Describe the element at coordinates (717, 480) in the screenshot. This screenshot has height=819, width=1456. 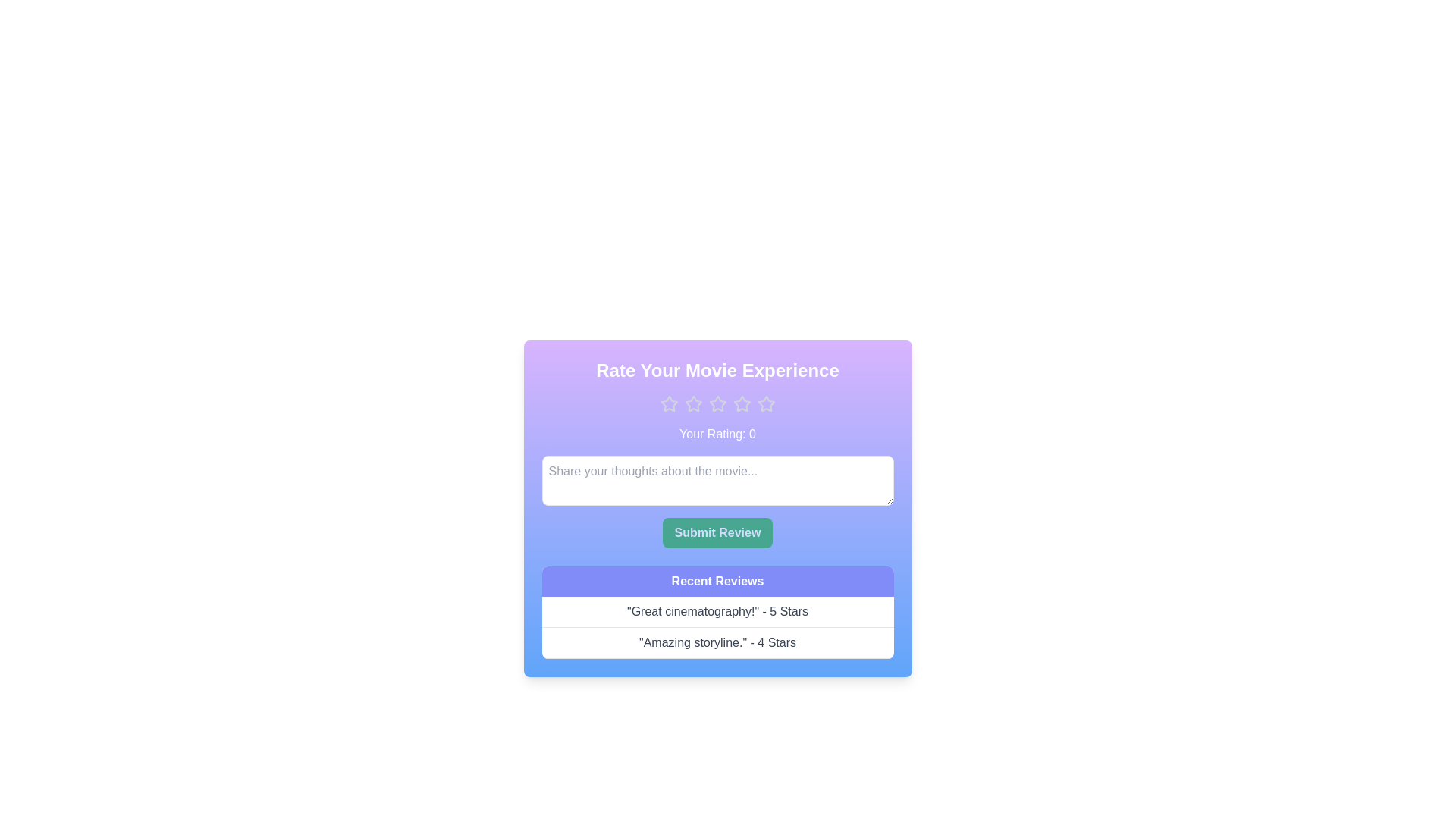
I see `the text area and type the feedback text` at that location.